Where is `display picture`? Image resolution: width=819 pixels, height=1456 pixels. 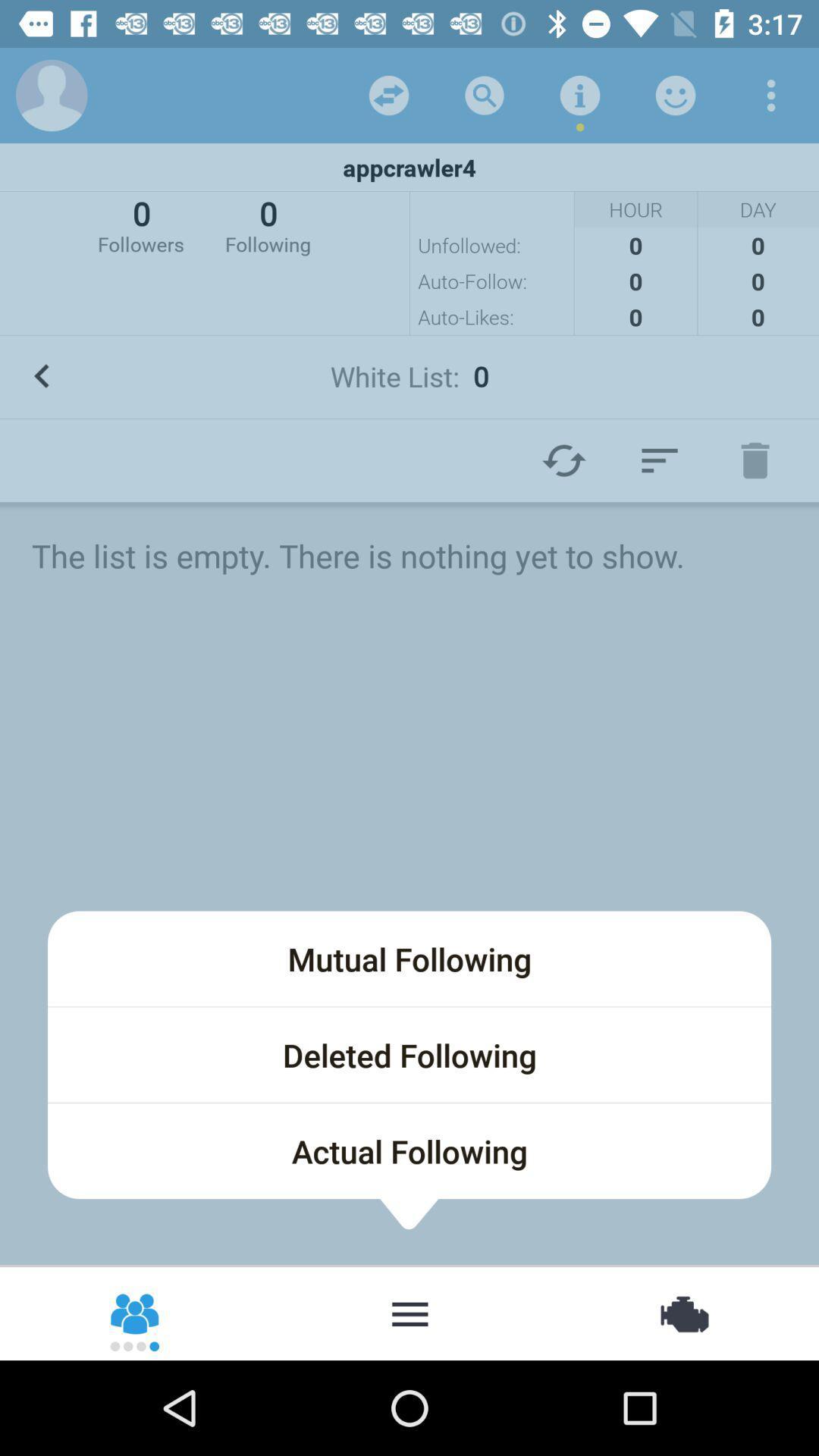
display picture is located at coordinates (51, 94).